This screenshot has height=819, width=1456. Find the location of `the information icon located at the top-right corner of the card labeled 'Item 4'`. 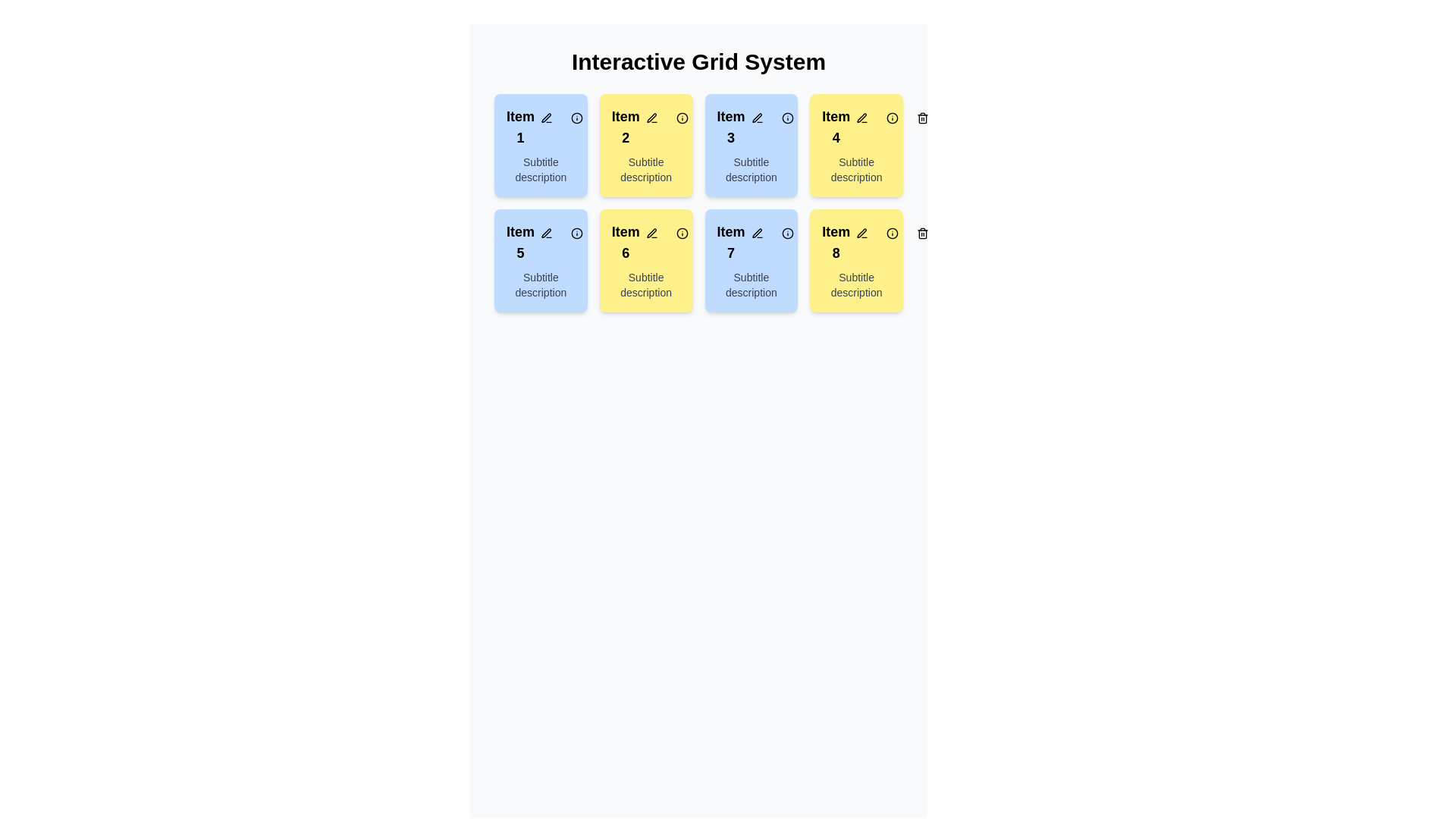

the information icon located at the top-right corner of the card labeled 'Item 4' is located at coordinates (893, 117).